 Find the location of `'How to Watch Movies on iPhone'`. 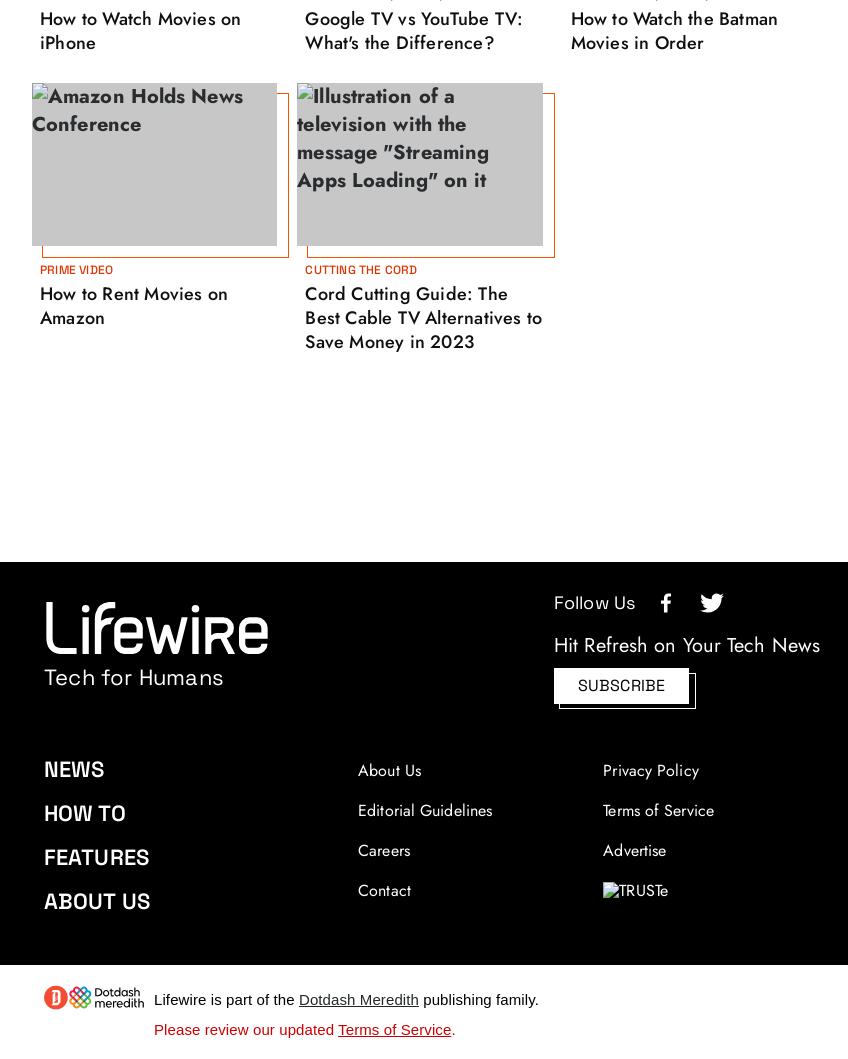

'How to Watch Movies on iPhone' is located at coordinates (139, 29).